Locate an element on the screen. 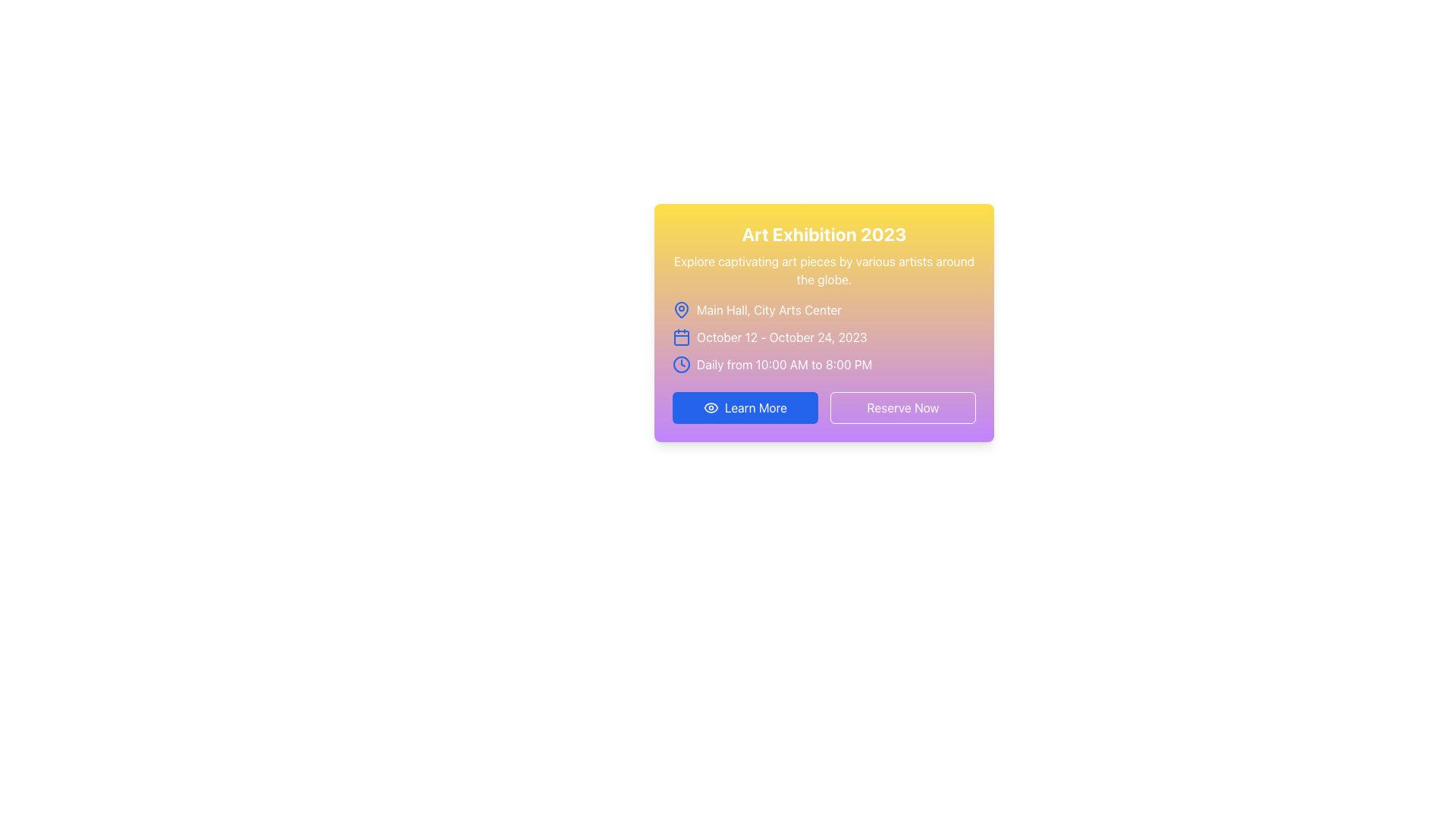 The width and height of the screenshot is (1456, 819). the 'Reserve Now' button which has a purple background and white text, located in the bottom-right section of a card, directly to the right of the 'Learn More' button is located at coordinates (902, 406).